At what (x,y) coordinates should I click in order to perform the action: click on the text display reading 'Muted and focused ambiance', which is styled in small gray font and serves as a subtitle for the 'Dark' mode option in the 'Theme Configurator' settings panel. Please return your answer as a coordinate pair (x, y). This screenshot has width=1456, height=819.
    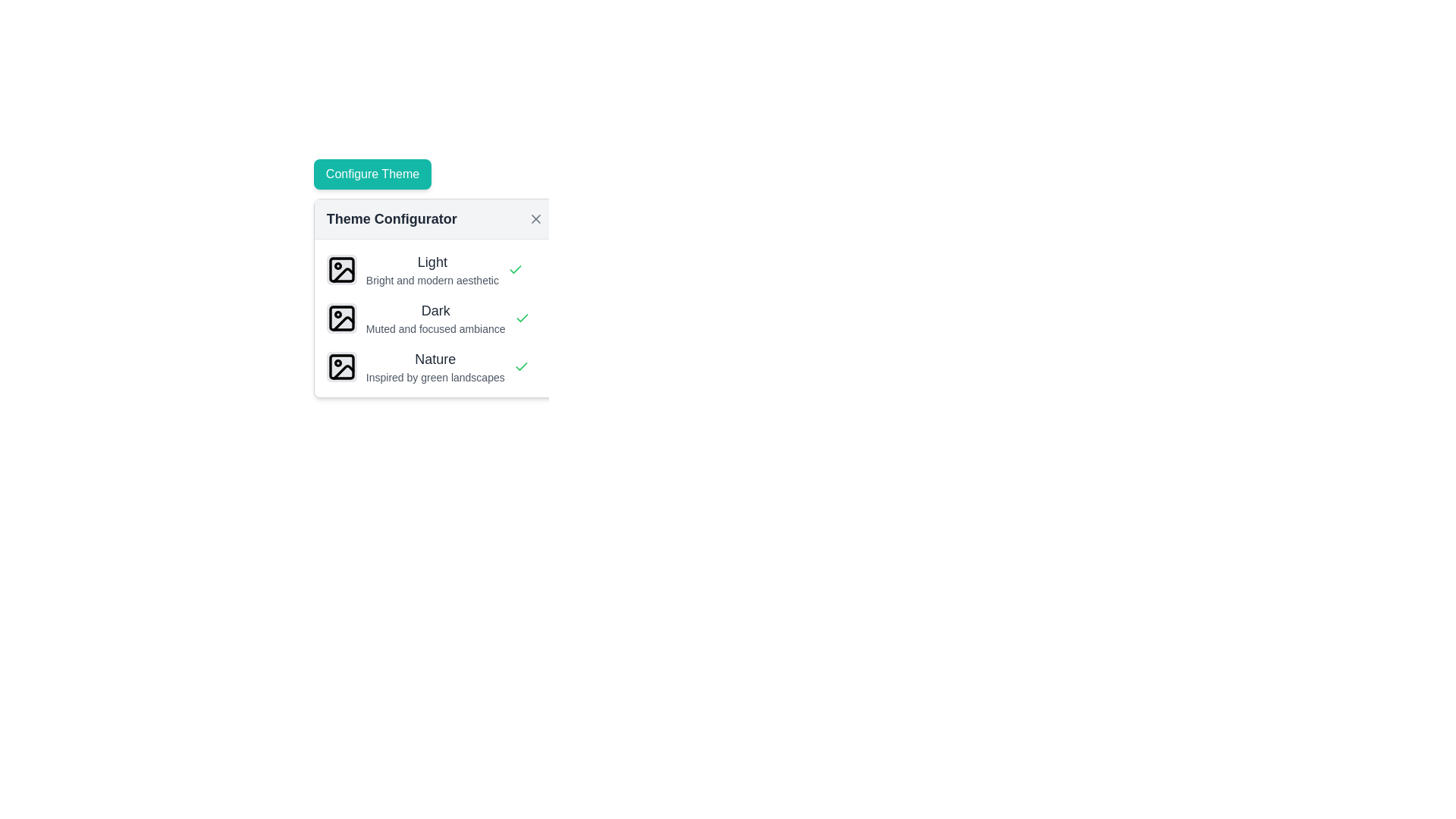
    Looking at the image, I should click on (435, 328).